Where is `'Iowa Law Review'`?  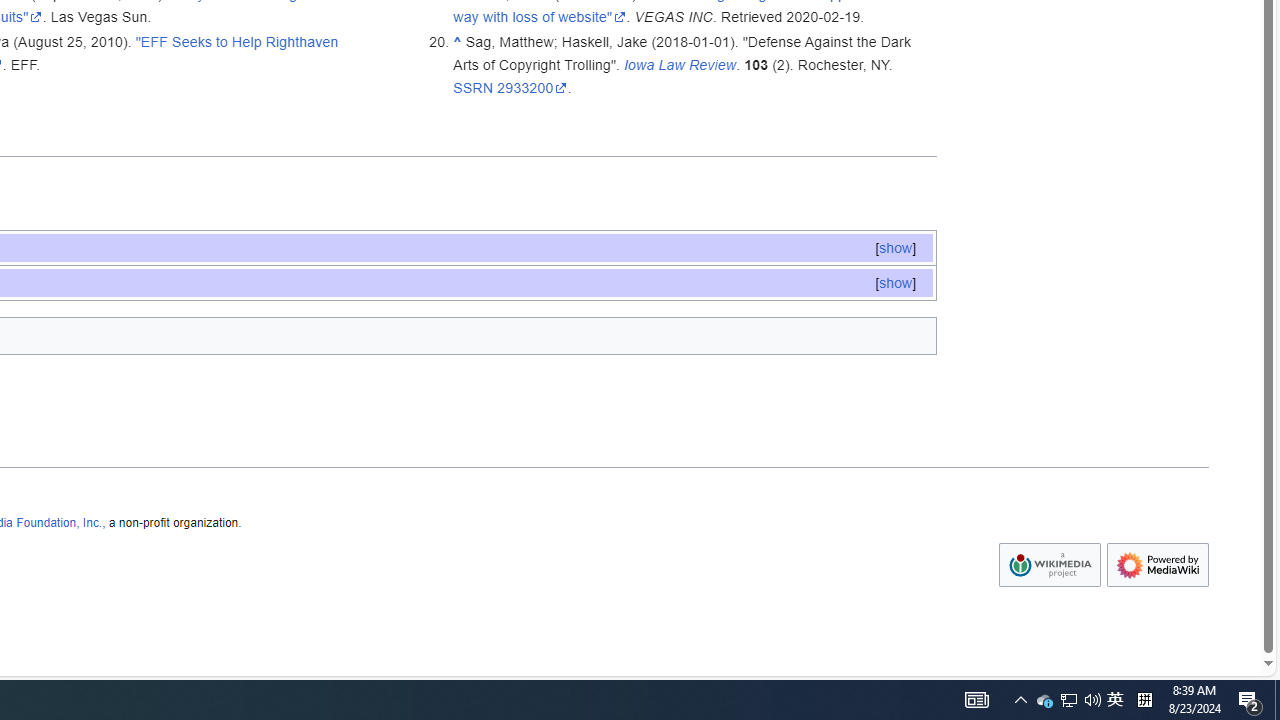 'Iowa Law Review' is located at coordinates (680, 63).